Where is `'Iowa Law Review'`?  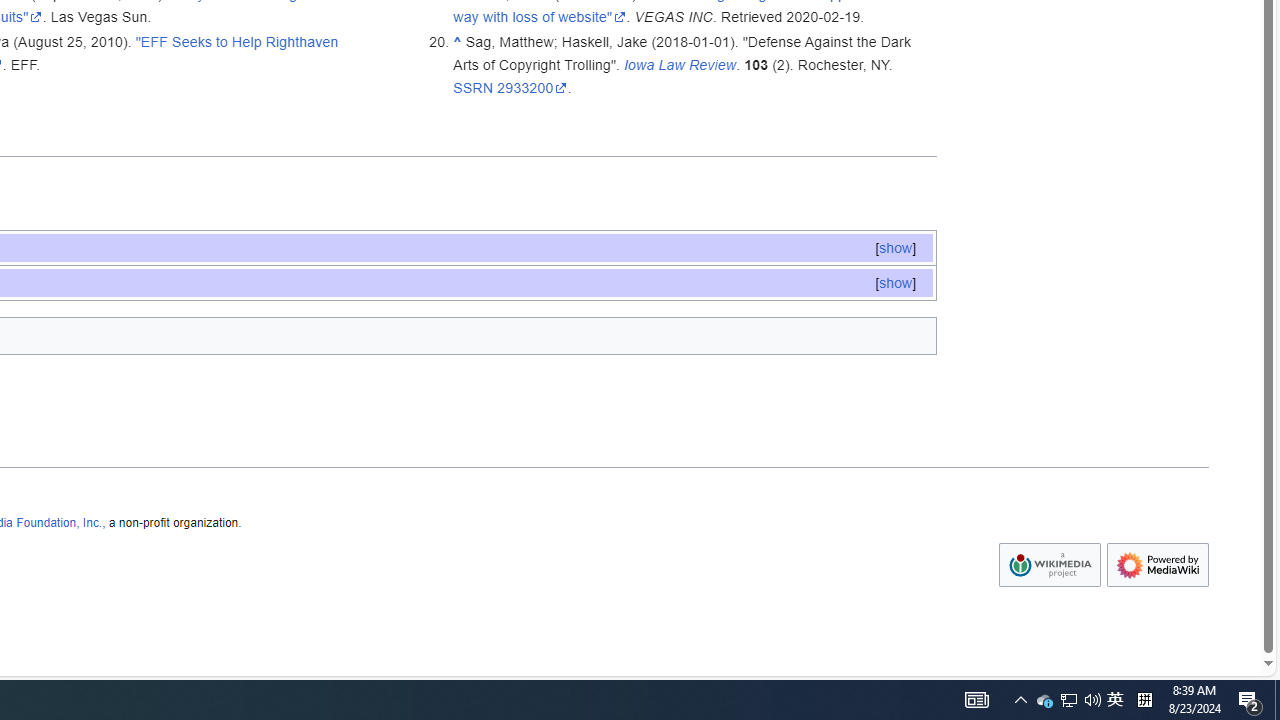 'Iowa Law Review' is located at coordinates (680, 63).